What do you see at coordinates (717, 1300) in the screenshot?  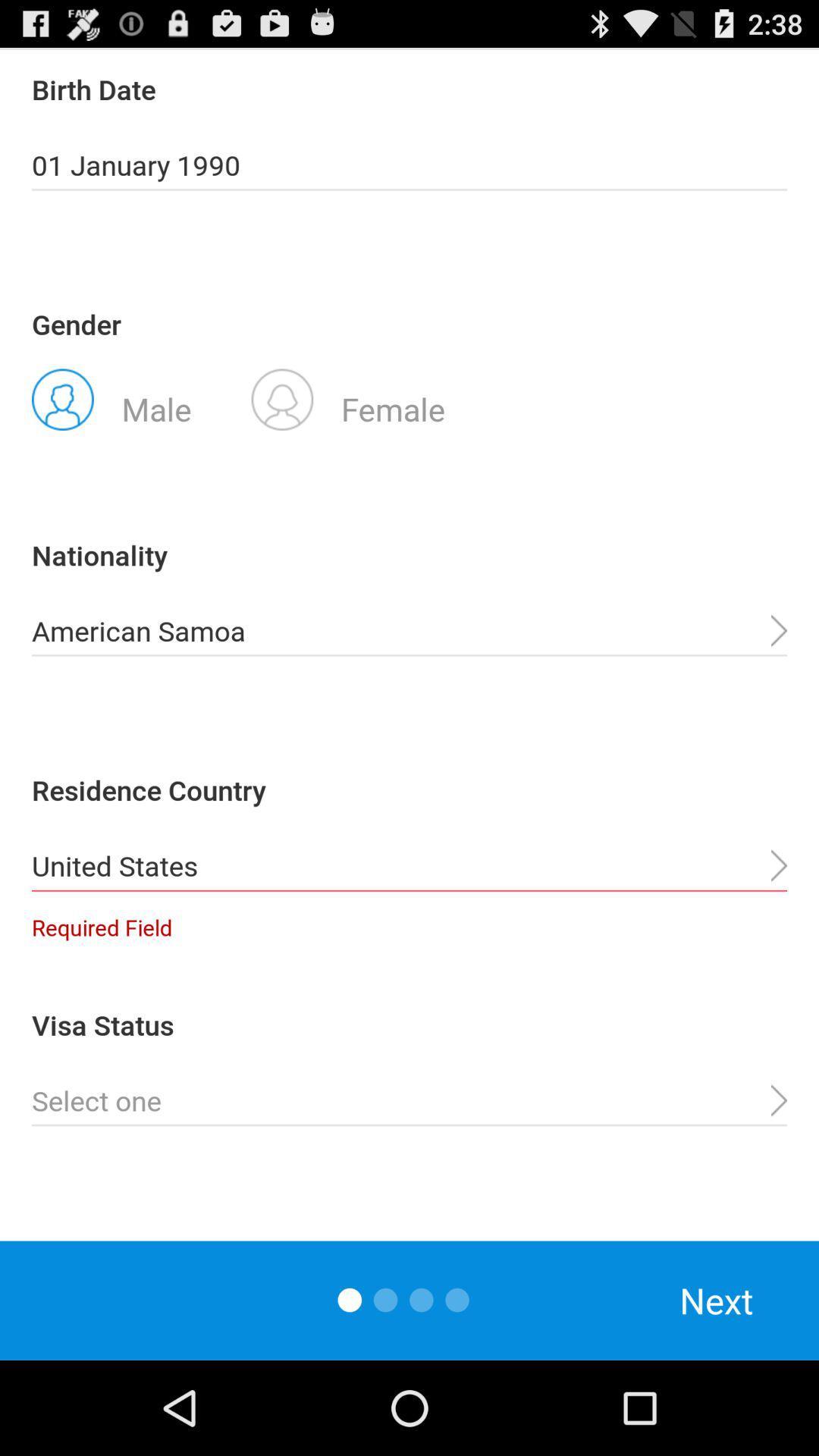 I see `the next item` at bounding box center [717, 1300].